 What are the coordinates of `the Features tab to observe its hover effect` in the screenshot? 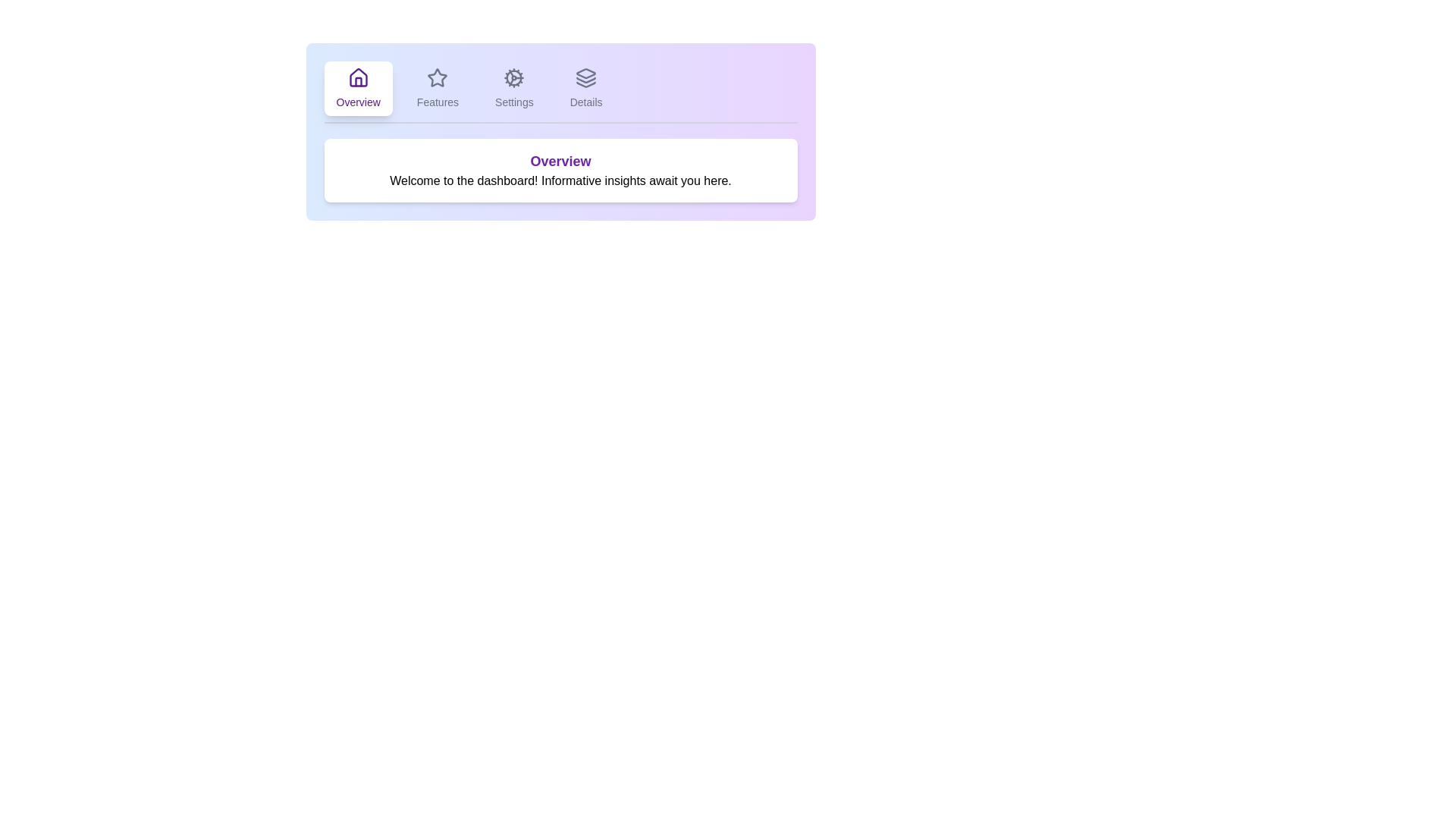 It's located at (437, 88).